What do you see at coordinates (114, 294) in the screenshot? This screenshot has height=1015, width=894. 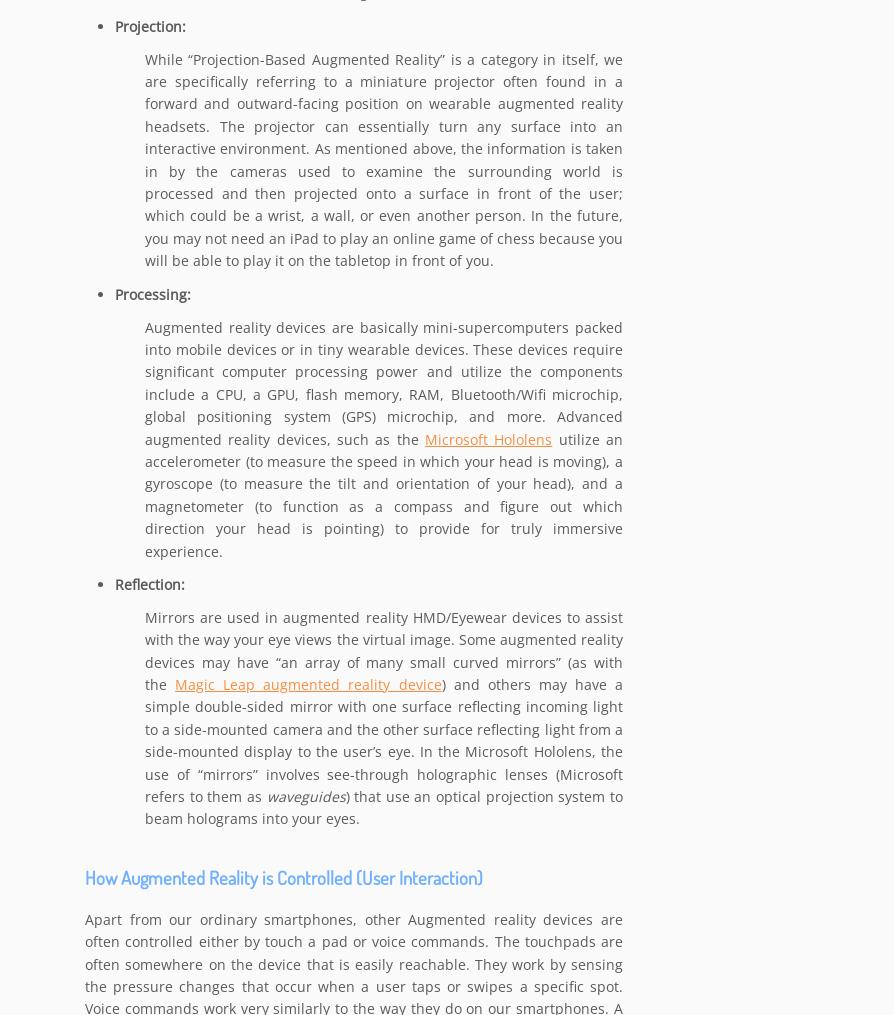 I see `'Processing:'` at bounding box center [114, 294].